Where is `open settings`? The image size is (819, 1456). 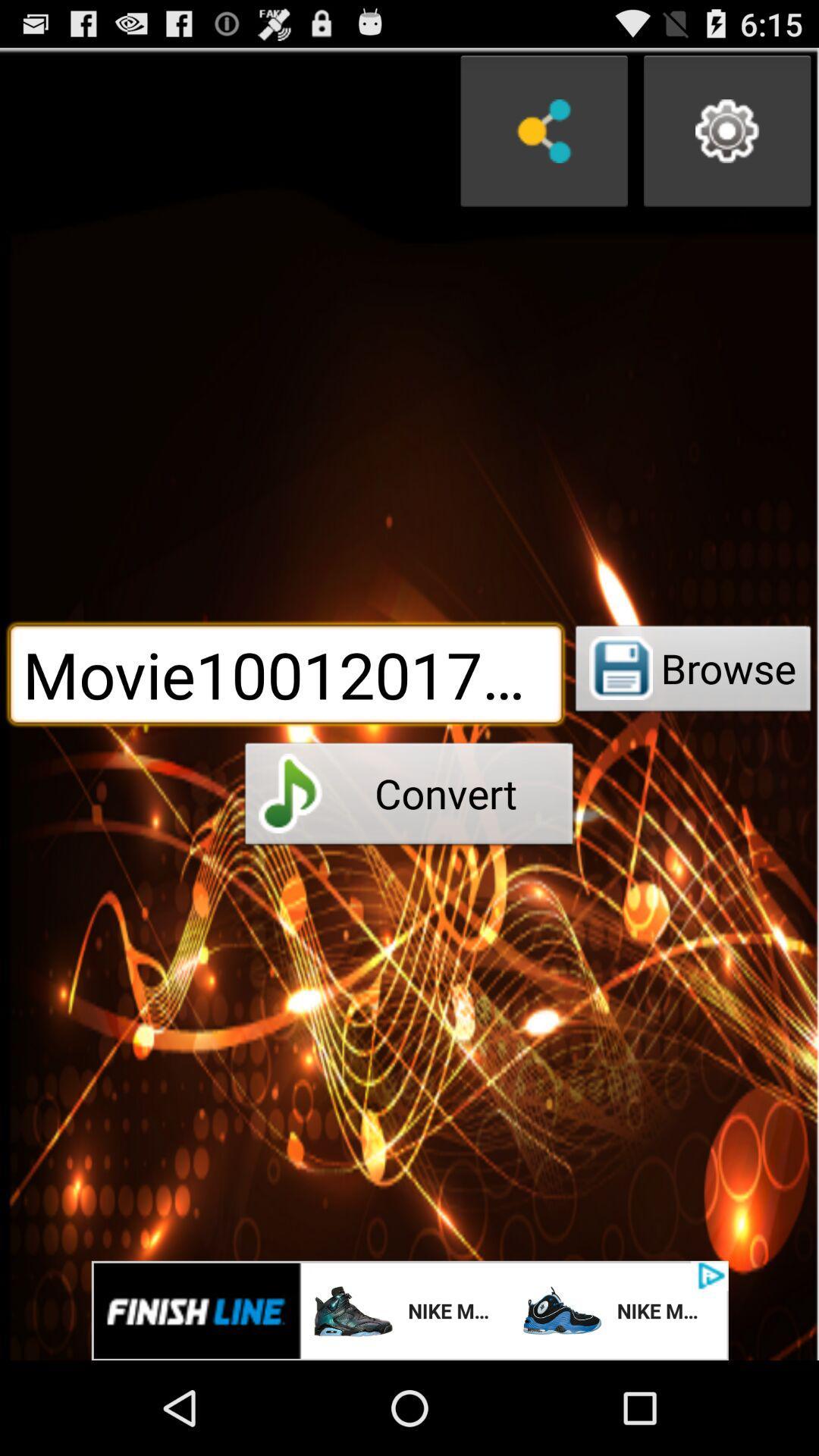
open settings is located at coordinates (726, 131).